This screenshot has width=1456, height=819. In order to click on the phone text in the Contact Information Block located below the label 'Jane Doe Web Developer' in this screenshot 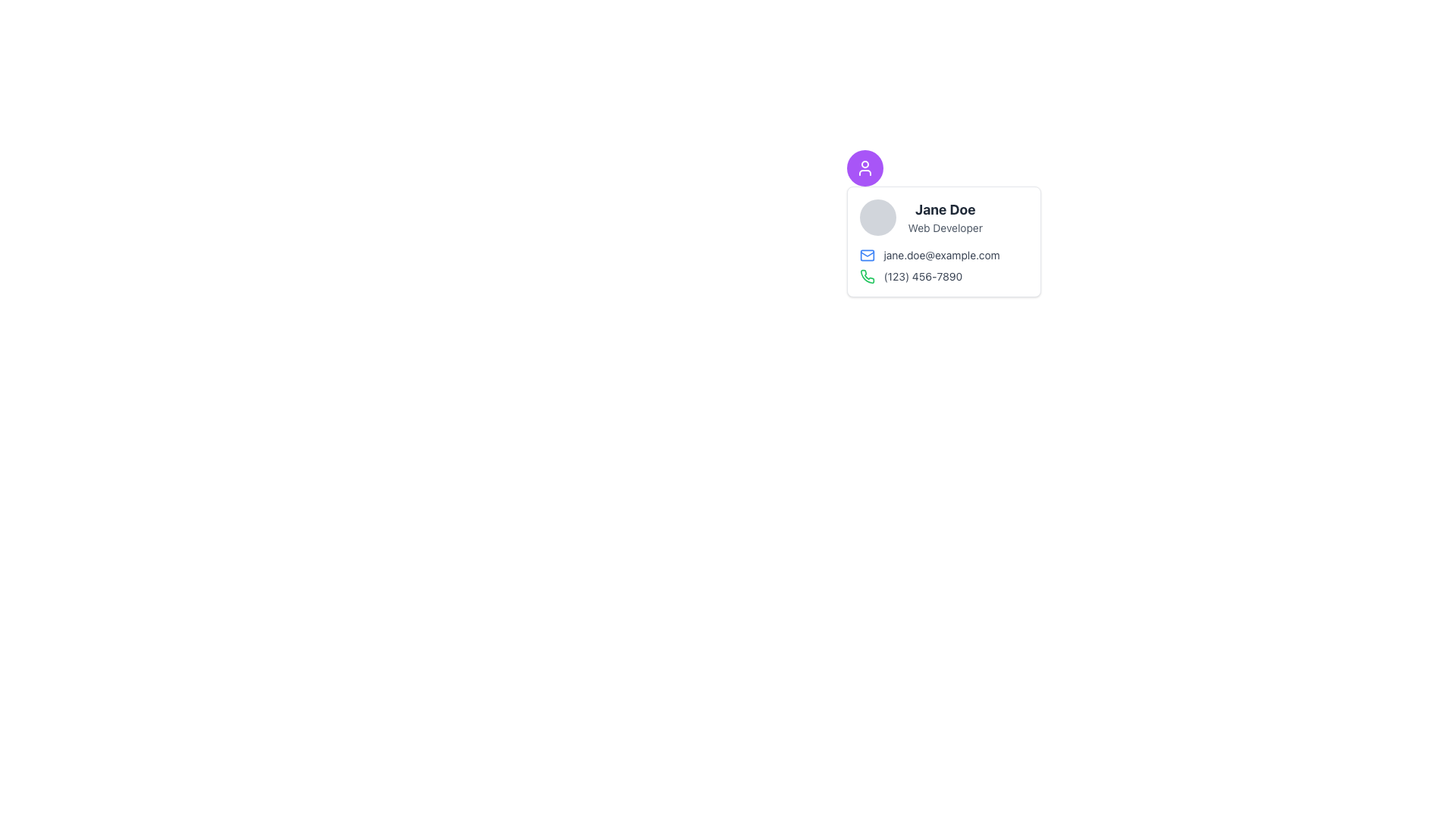, I will do `click(943, 265)`.